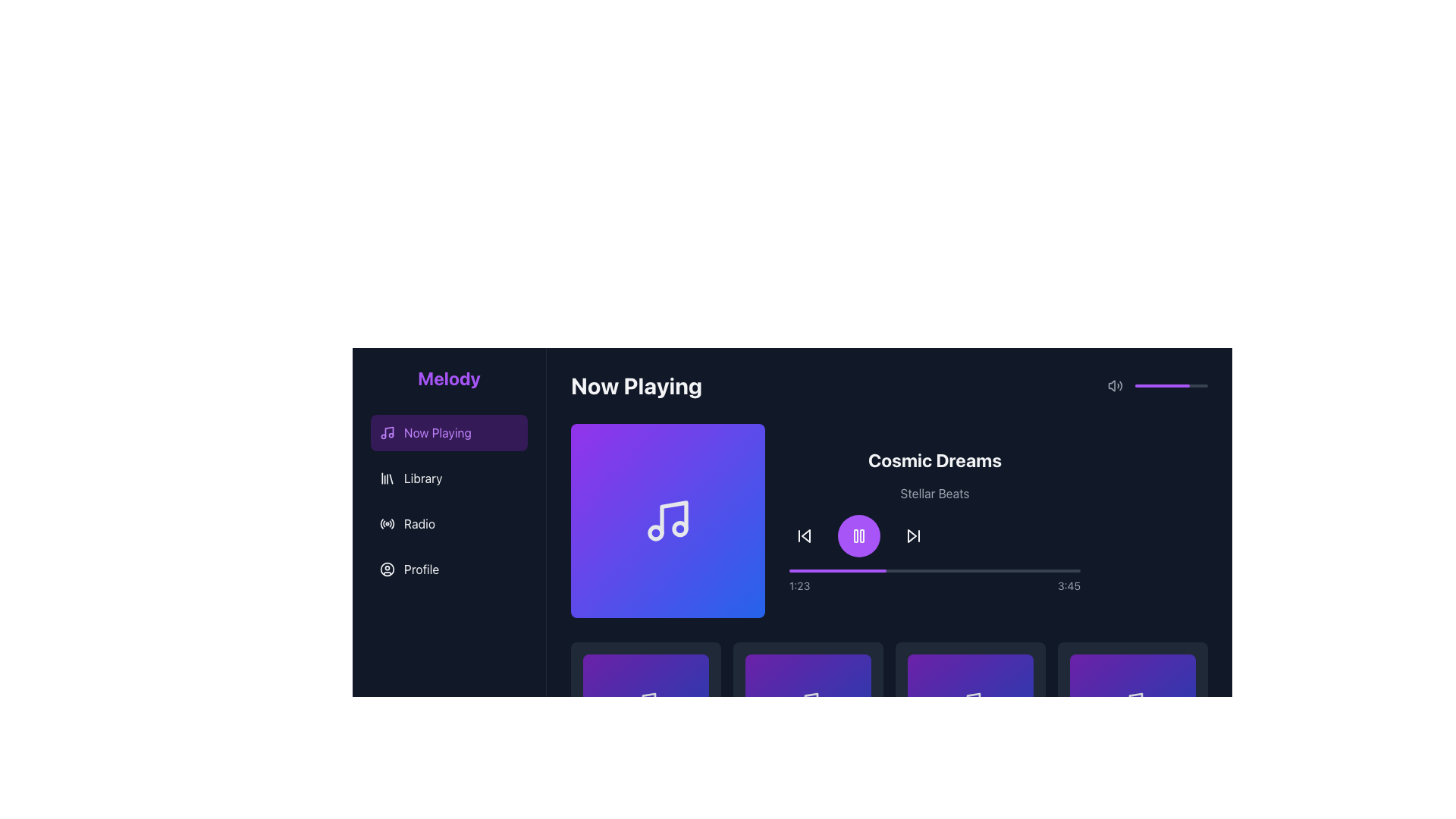 The height and width of the screenshot is (819, 1456). I want to click on the slider, so click(1185, 385).